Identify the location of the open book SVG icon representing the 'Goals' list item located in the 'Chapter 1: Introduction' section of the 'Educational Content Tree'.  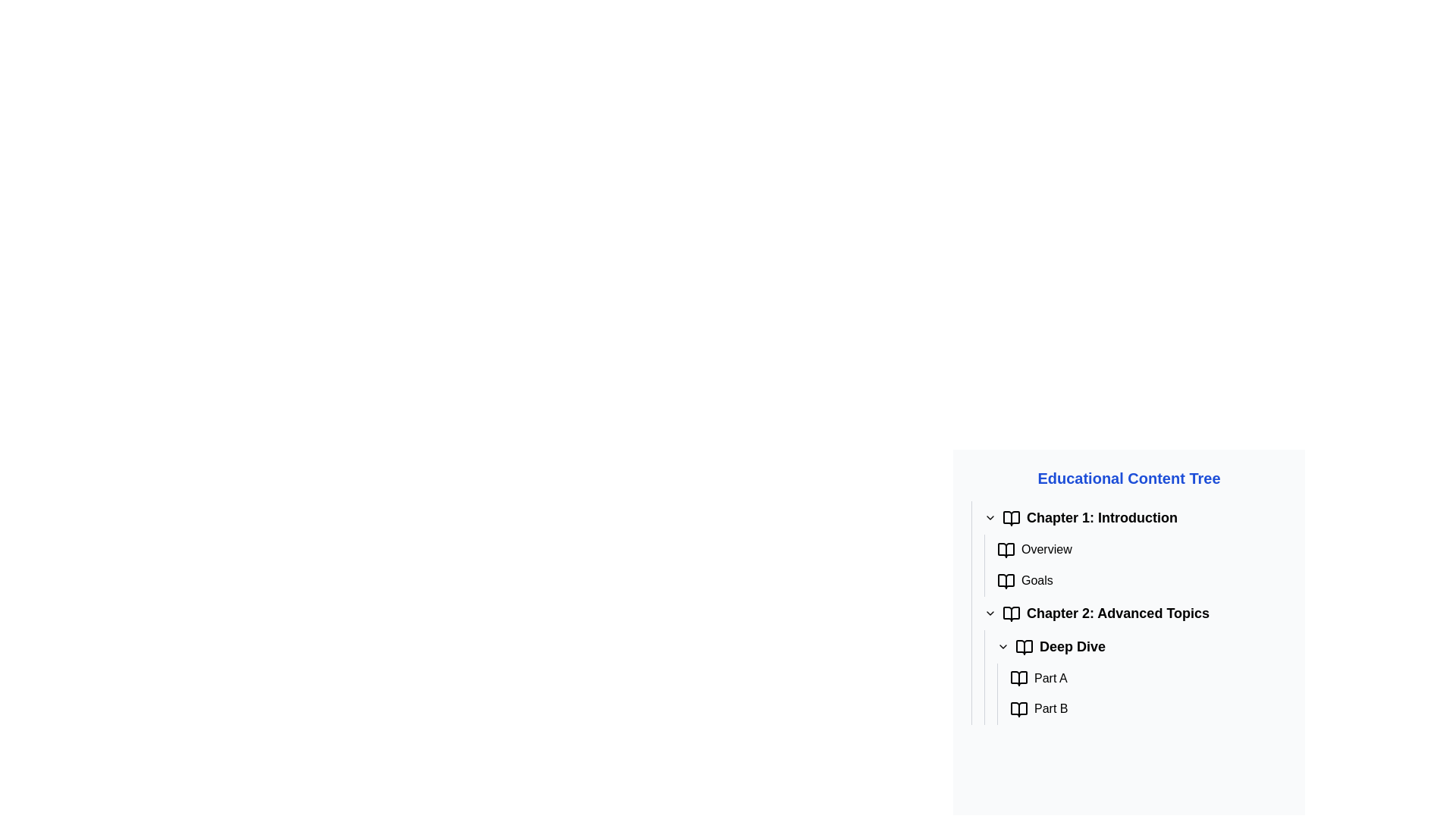
(1006, 580).